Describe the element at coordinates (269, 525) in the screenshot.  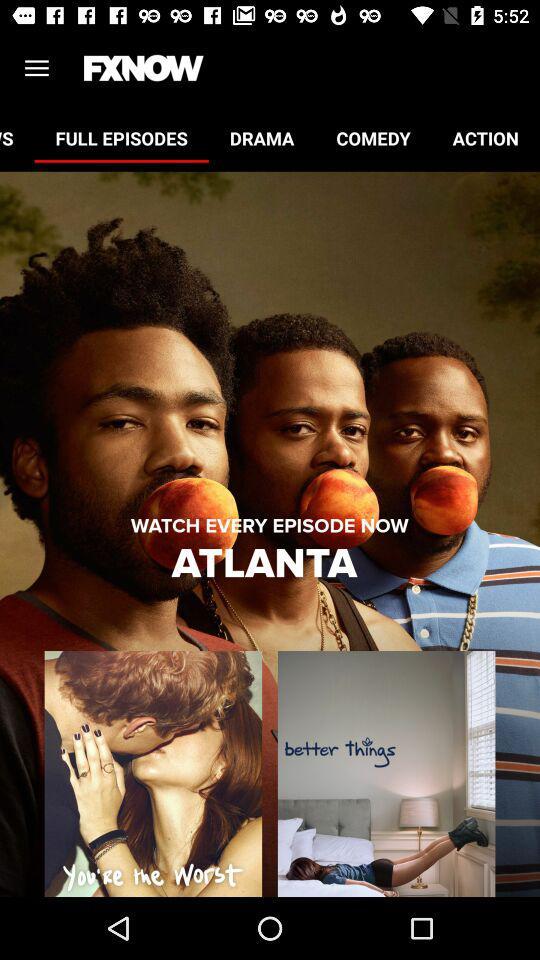
I see `the watch every episode item` at that location.